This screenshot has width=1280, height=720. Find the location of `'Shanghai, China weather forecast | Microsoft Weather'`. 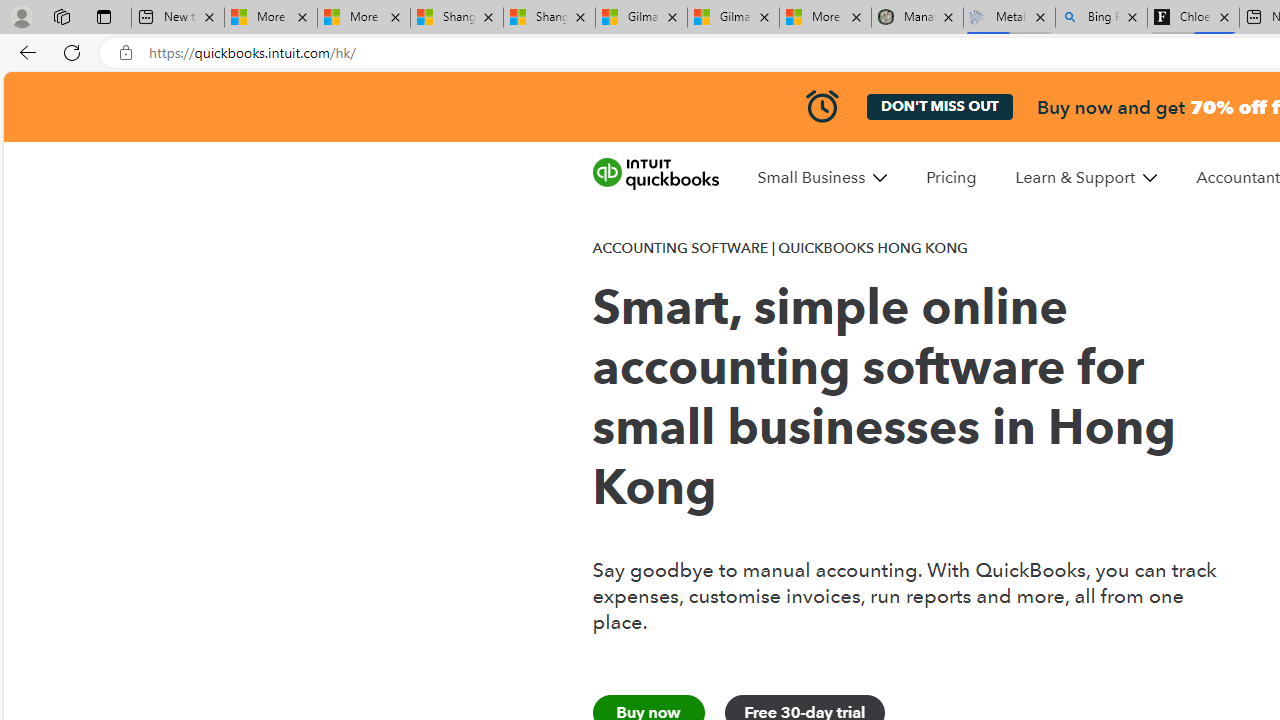

'Shanghai, China weather forecast | Microsoft Weather' is located at coordinates (549, 17).